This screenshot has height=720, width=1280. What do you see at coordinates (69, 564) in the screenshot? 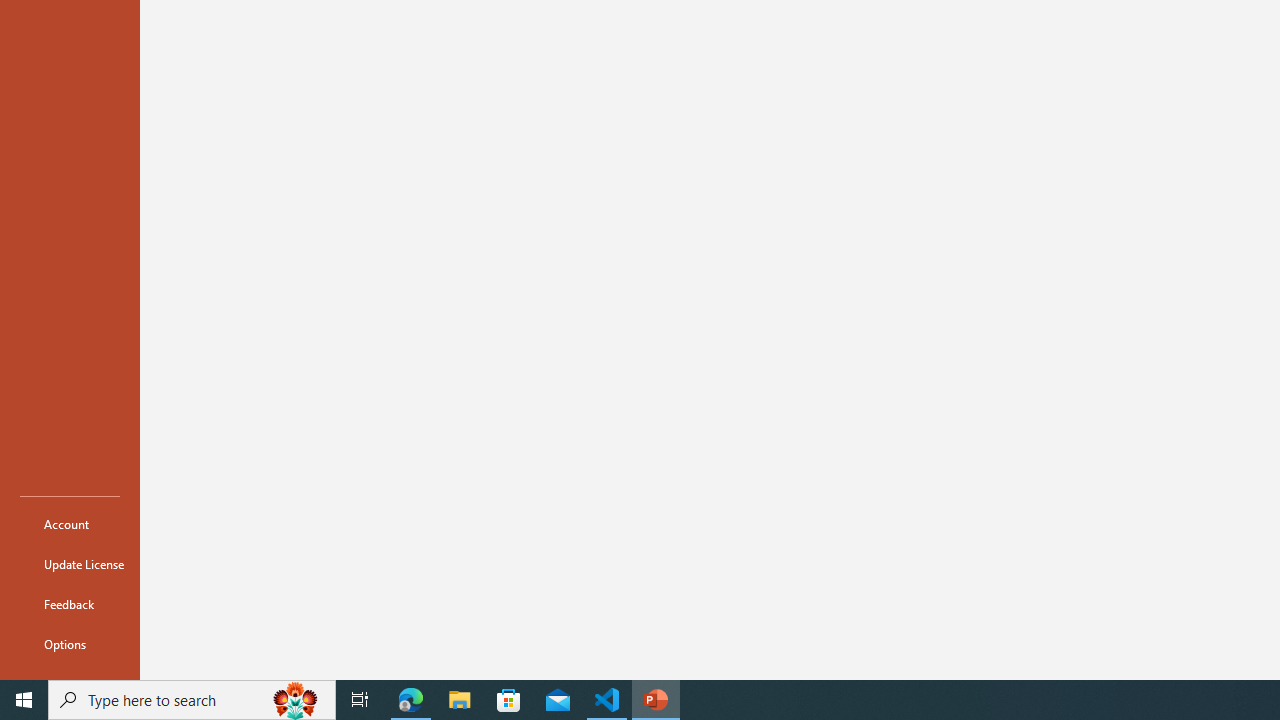
I see `'Update License'` at bounding box center [69, 564].